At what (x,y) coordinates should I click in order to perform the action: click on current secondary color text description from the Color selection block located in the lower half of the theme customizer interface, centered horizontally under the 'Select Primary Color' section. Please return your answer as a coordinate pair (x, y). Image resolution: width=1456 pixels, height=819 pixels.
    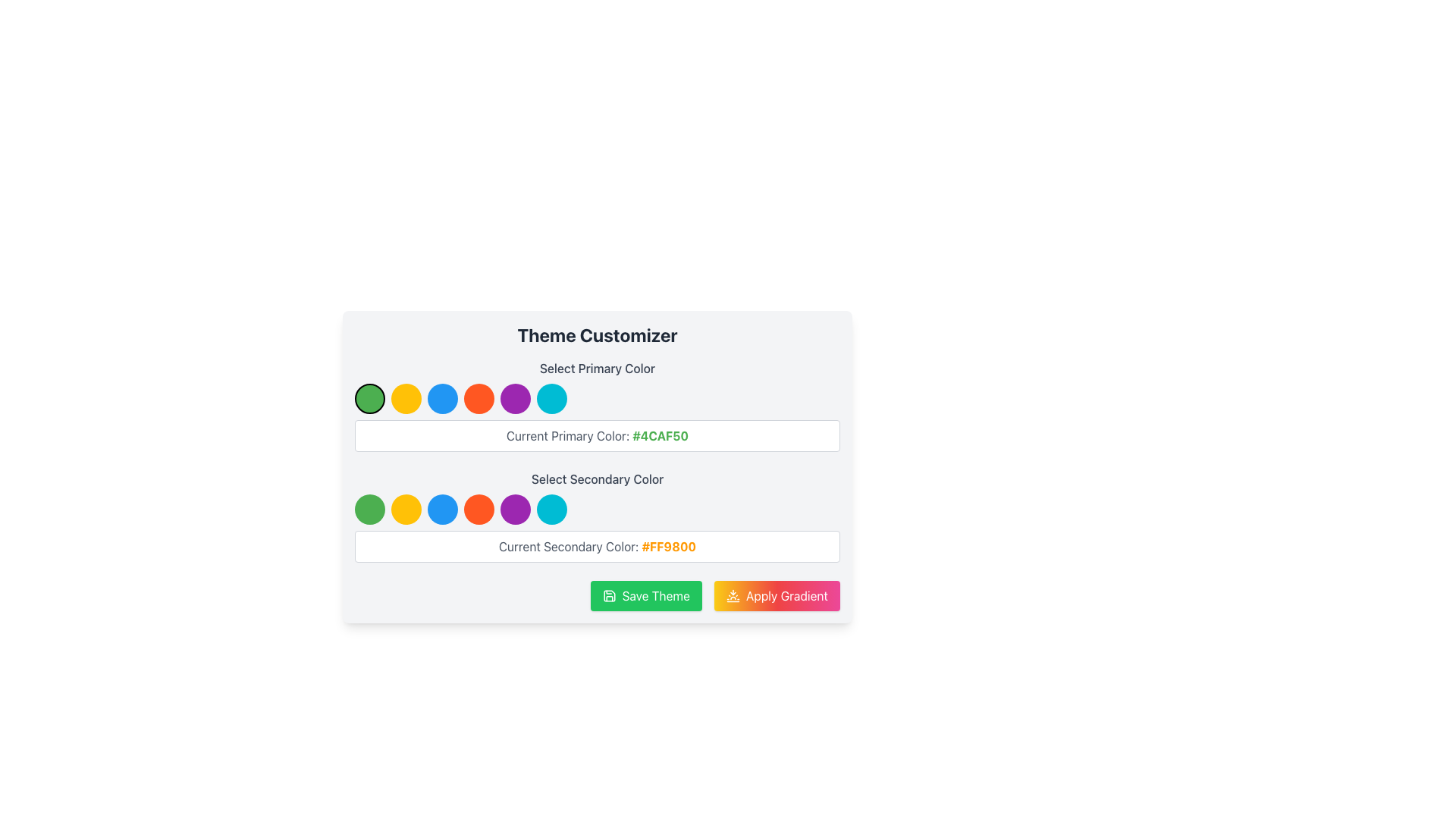
    Looking at the image, I should click on (596, 485).